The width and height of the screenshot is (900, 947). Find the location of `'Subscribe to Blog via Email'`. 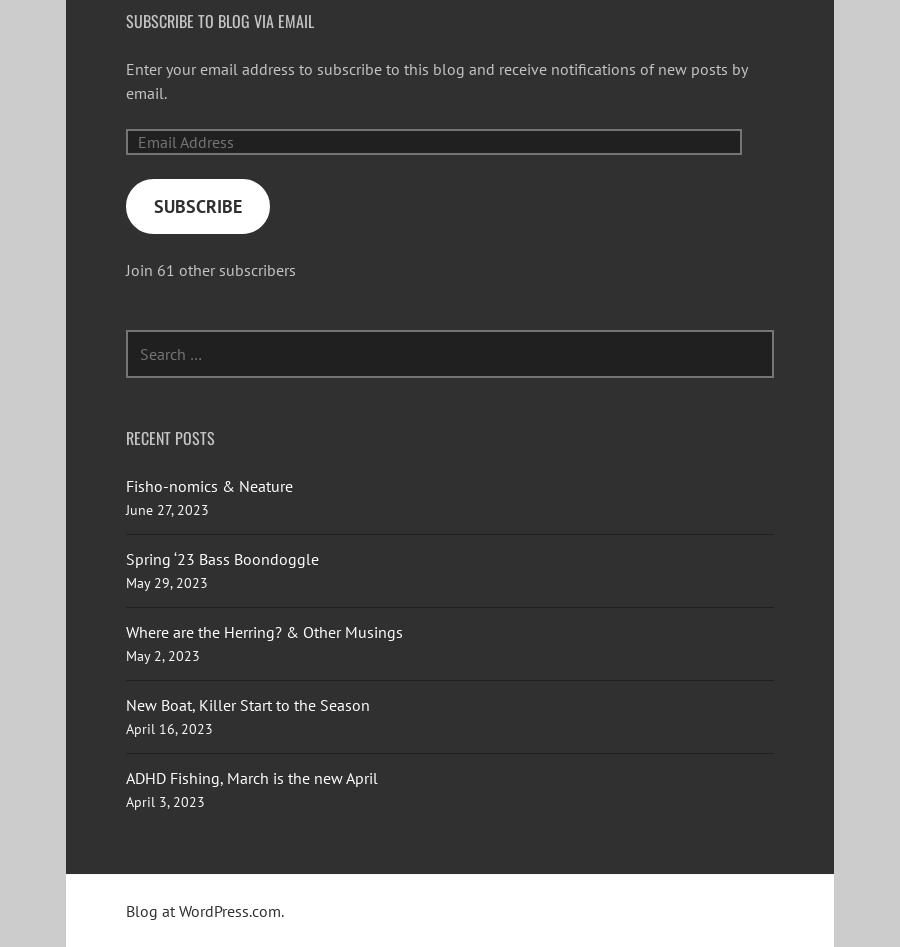

'Subscribe to Blog via Email' is located at coordinates (219, 21).